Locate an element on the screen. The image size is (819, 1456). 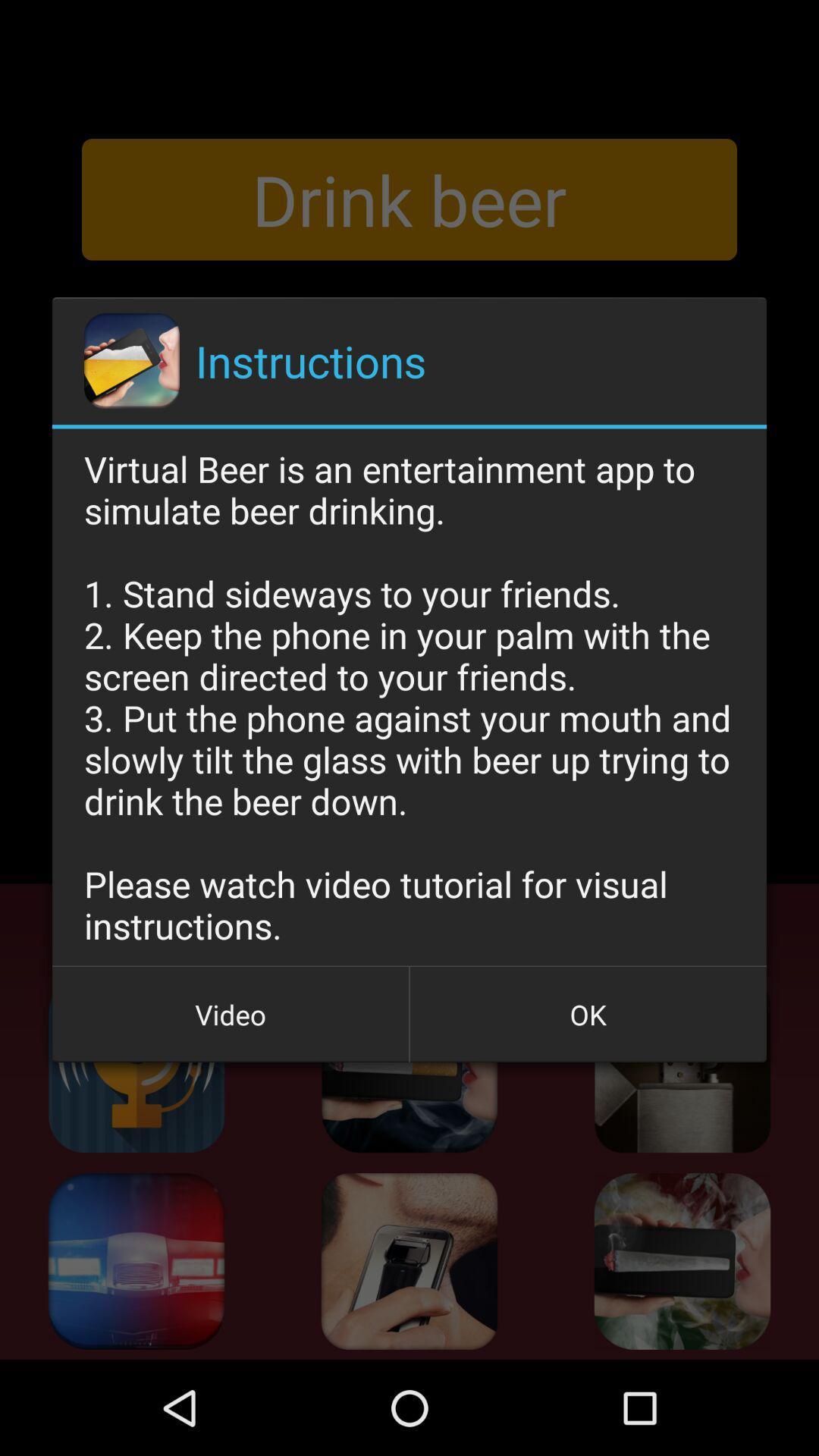
the icon next to video icon is located at coordinates (587, 1015).